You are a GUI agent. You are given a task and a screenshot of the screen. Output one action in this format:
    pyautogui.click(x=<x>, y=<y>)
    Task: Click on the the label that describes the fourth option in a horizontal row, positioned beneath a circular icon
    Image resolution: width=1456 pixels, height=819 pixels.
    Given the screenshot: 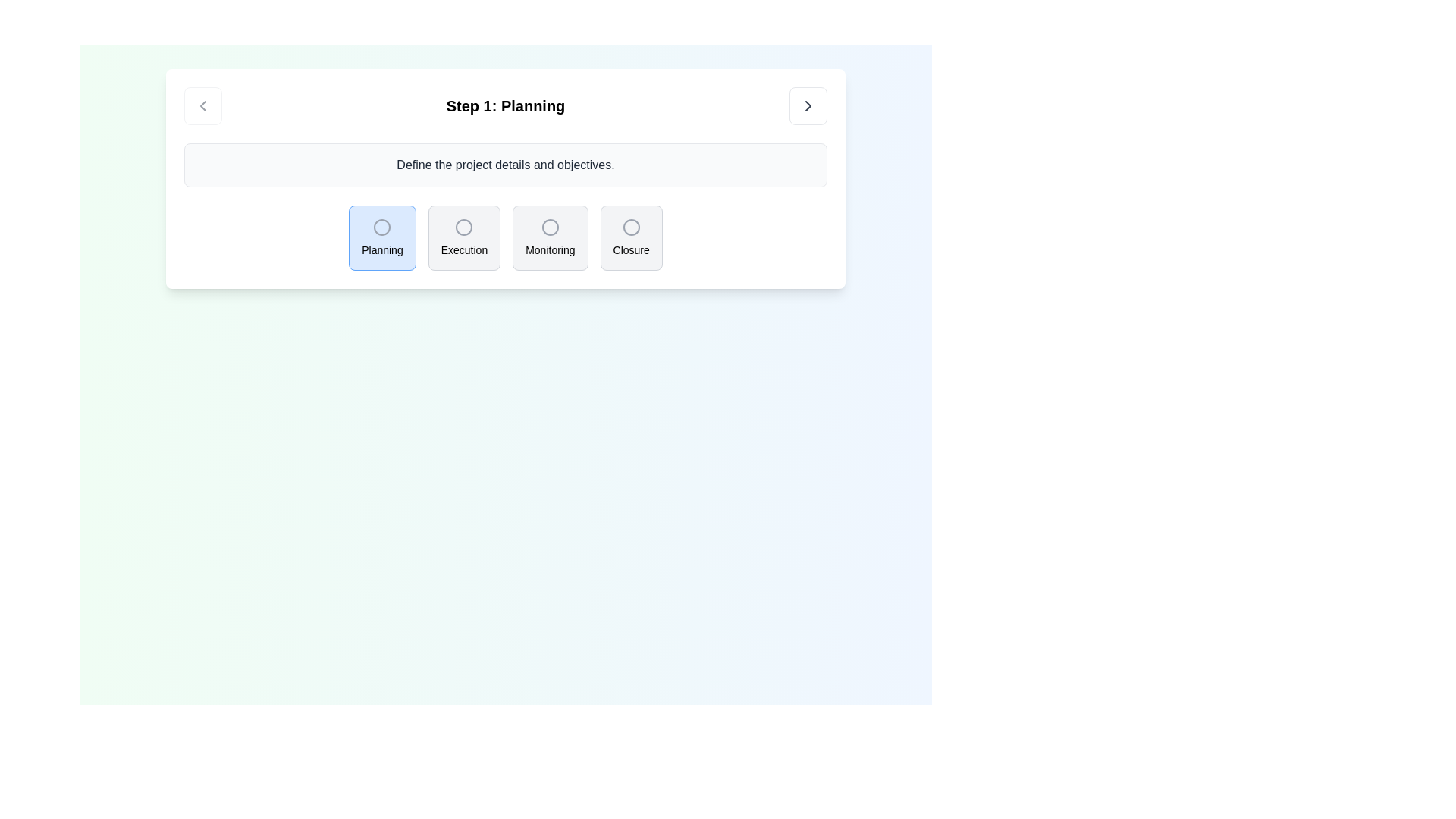 What is the action you would take?
    pyautogui.click(x=631, y=249)
    